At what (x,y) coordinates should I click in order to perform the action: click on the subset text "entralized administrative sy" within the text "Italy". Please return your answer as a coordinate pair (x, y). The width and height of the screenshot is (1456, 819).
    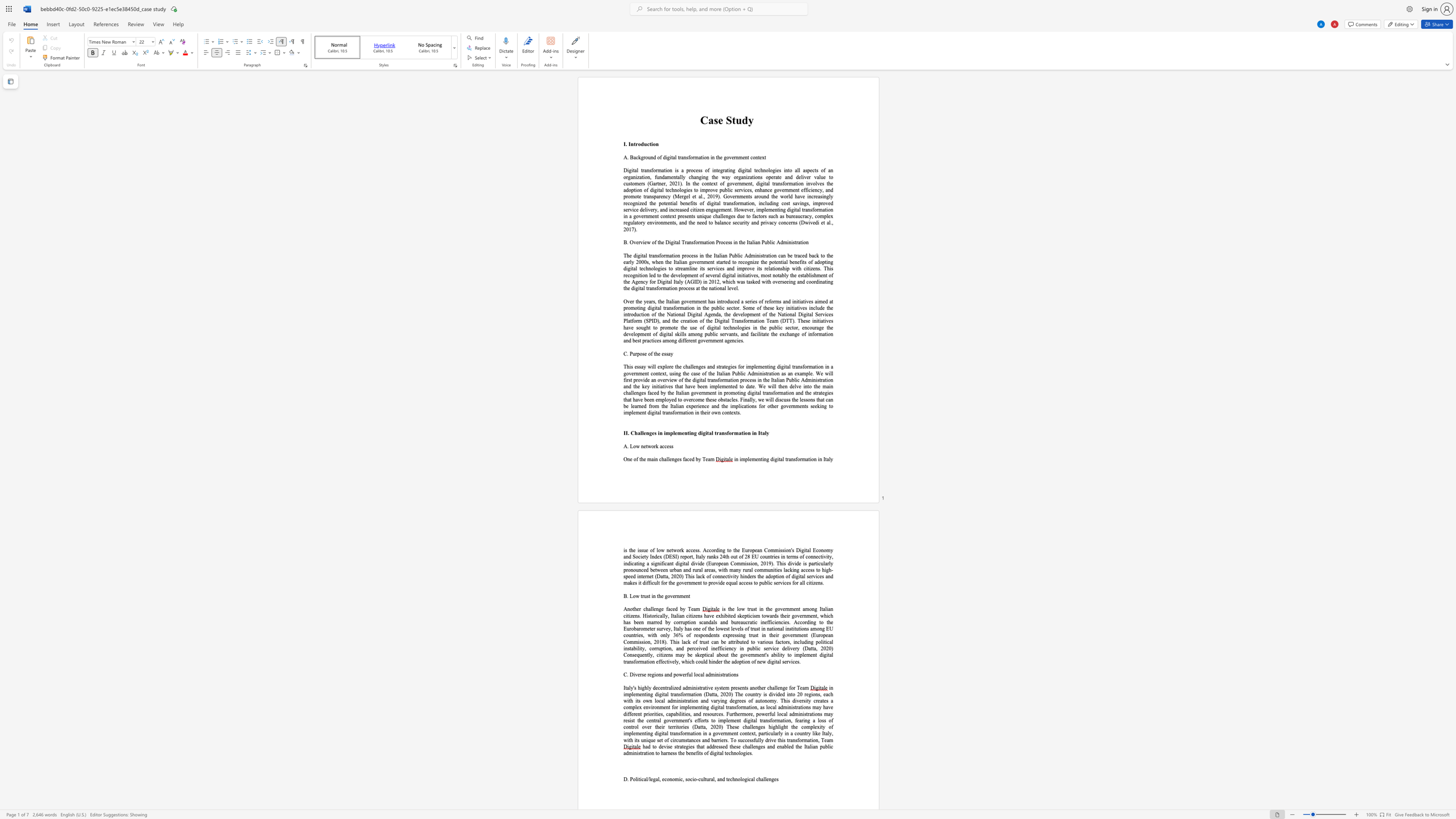
    Looking at the image, I should click on (660, 687).